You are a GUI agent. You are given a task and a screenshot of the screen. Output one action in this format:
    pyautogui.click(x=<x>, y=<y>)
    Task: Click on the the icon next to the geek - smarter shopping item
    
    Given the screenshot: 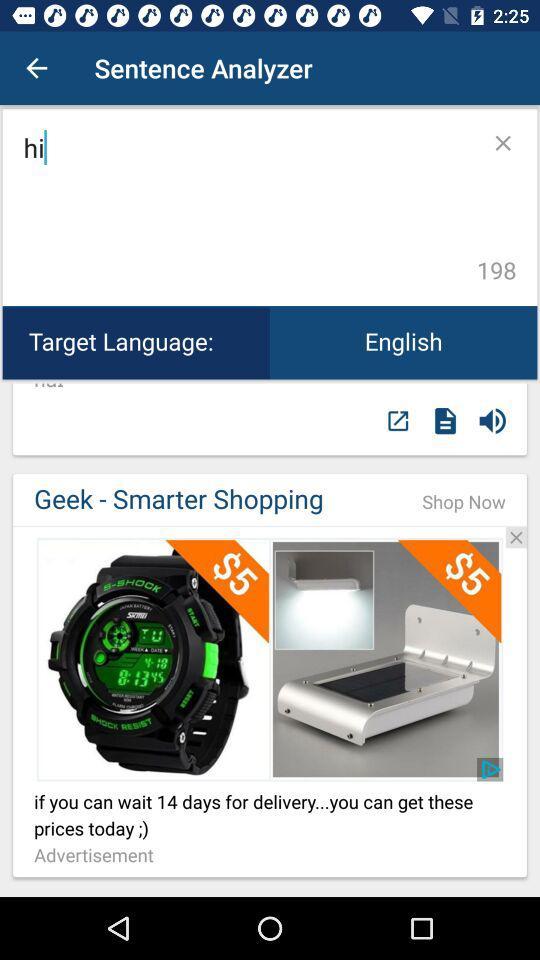 What is the action you would take?
    pyautogui.click(x=464, y=501)
    